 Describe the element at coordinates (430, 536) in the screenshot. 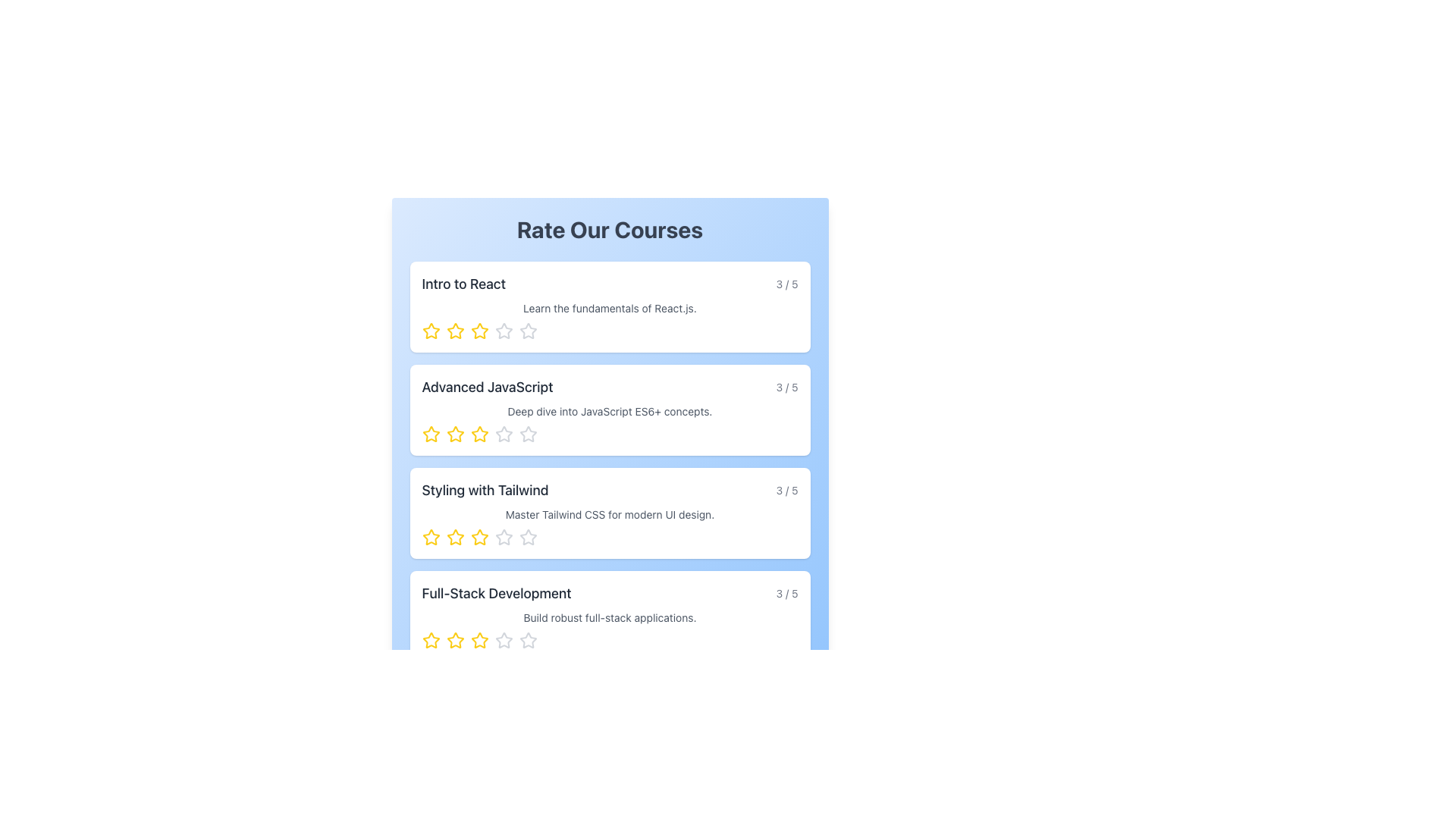

I see `the first star icon in the rating section under the 'Styling with Tailwind' course` at that location.